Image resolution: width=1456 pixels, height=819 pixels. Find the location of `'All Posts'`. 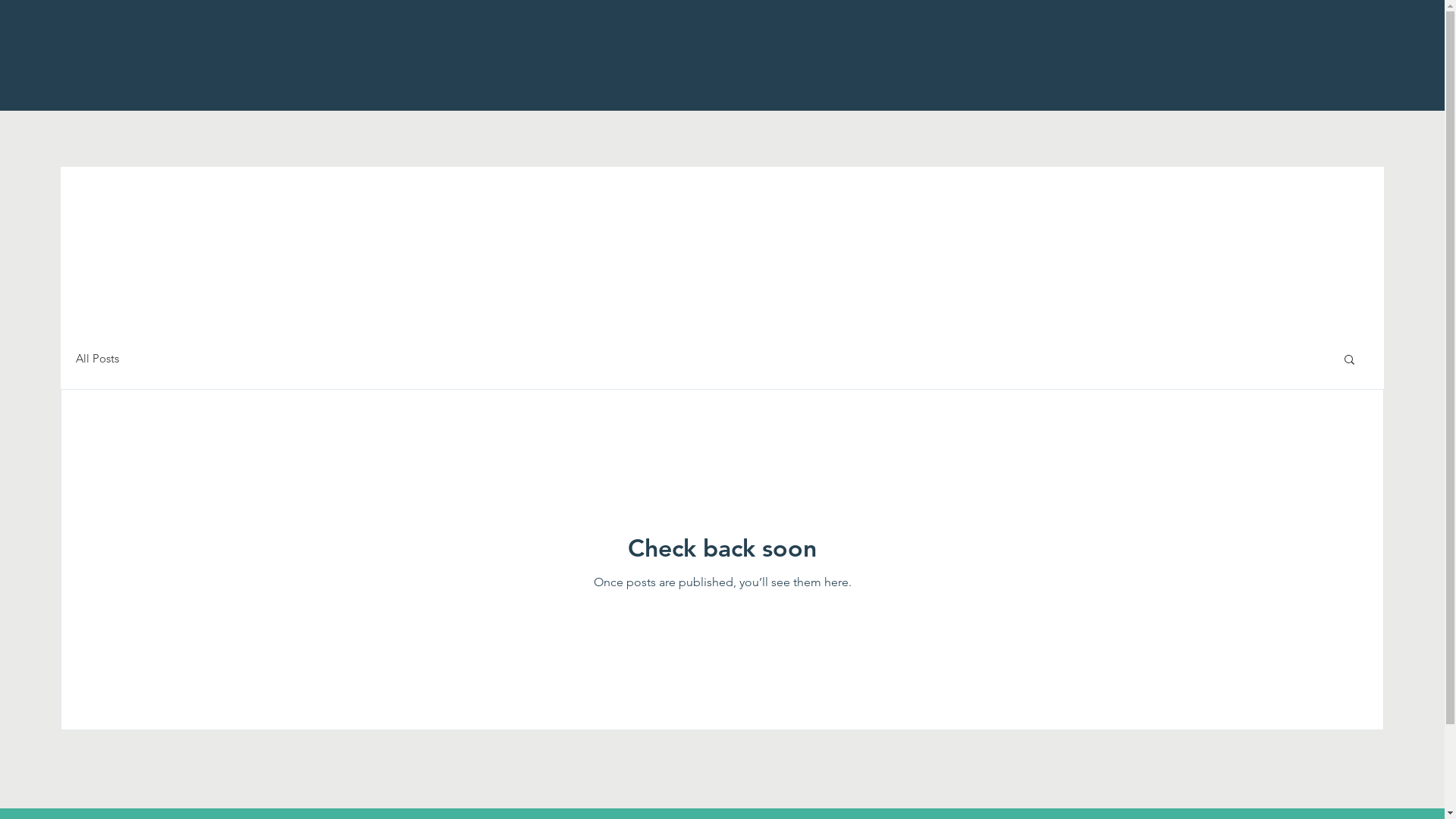

'All Posts' is located at coordinates (96, 358).